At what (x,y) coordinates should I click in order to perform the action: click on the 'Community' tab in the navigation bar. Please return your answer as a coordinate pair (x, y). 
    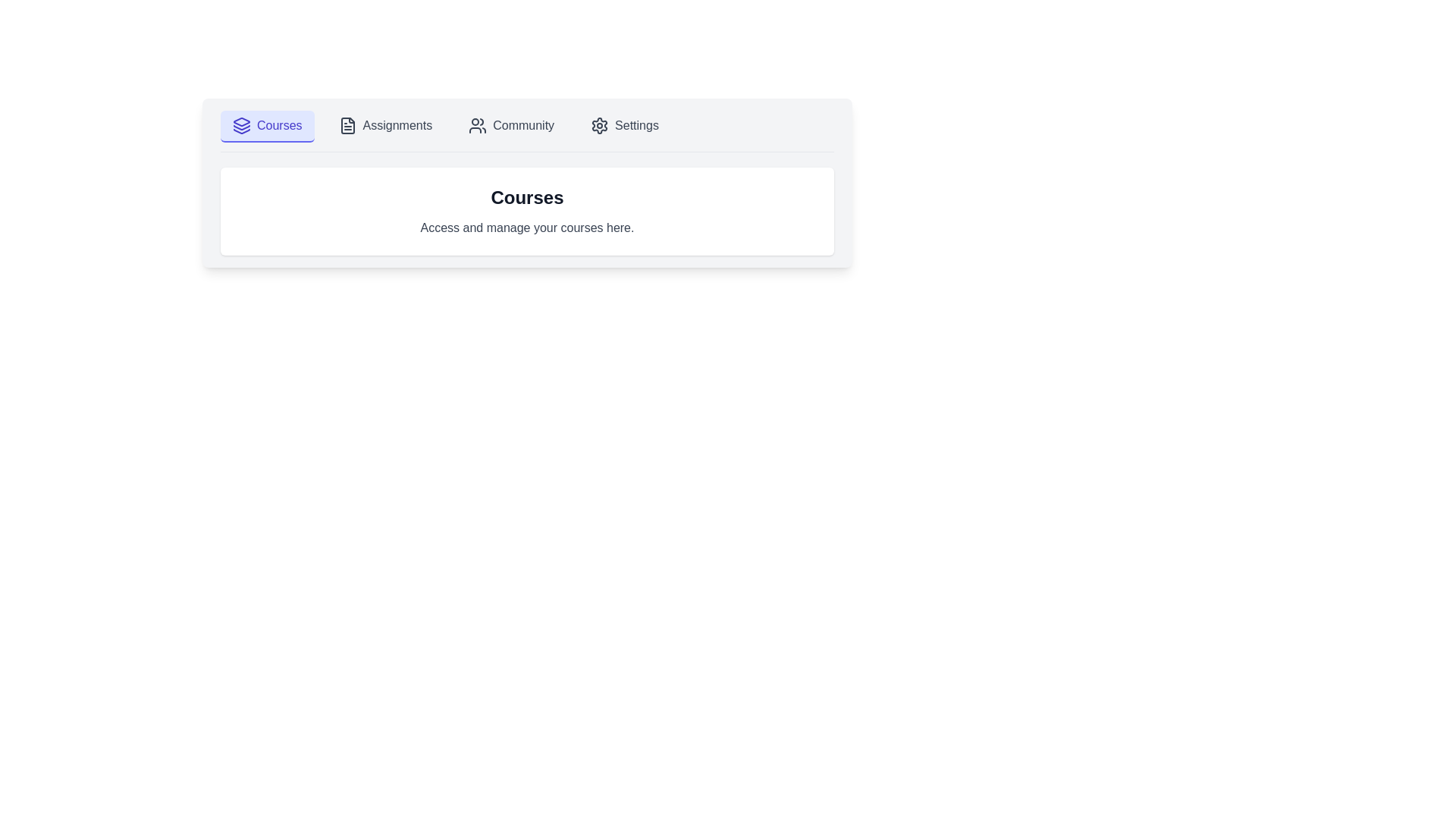
    Looking at the image, I should click on (527, 130).